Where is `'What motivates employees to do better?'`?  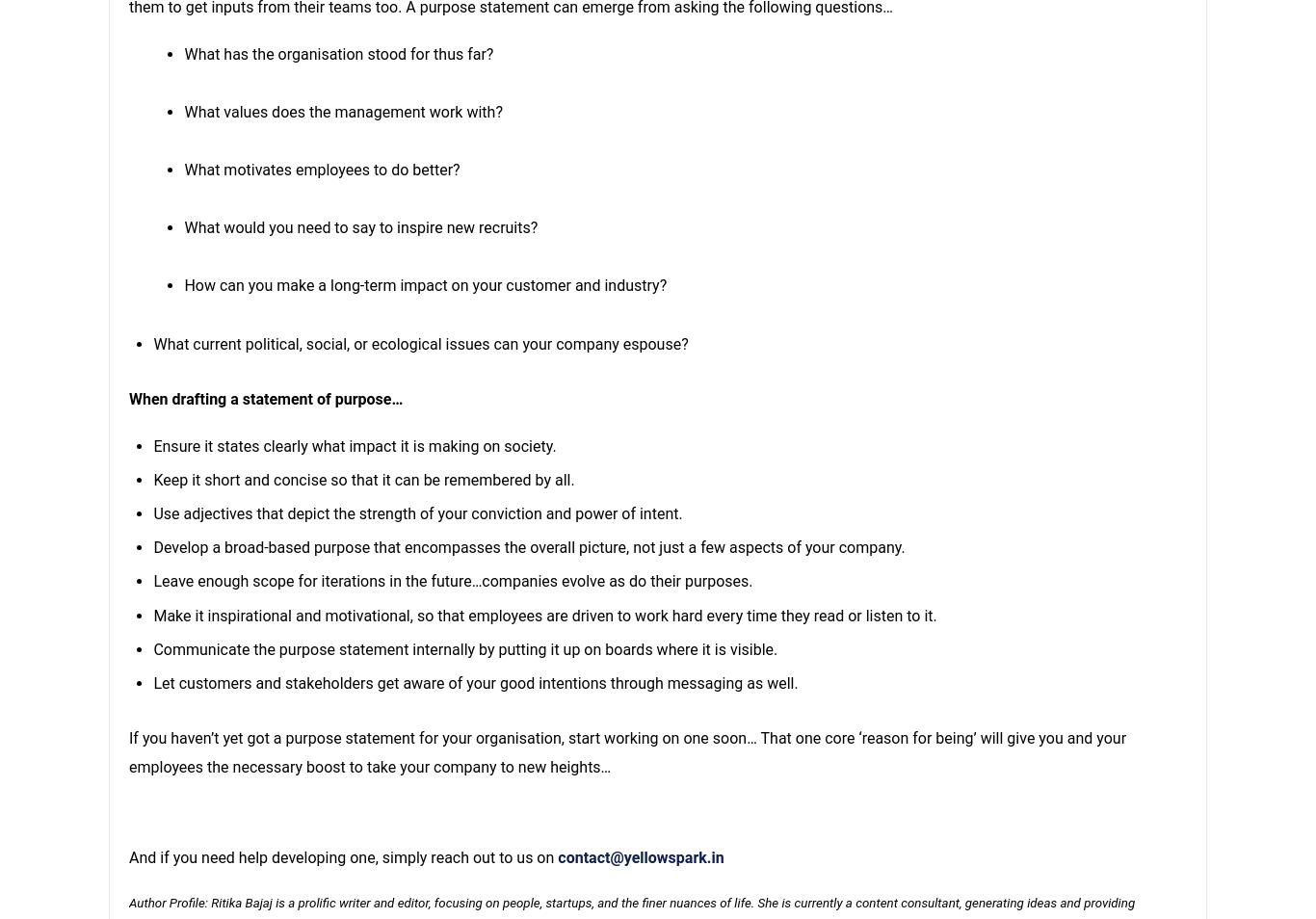 'What motivates employees to do better?' is located at coordinates (321, 168).